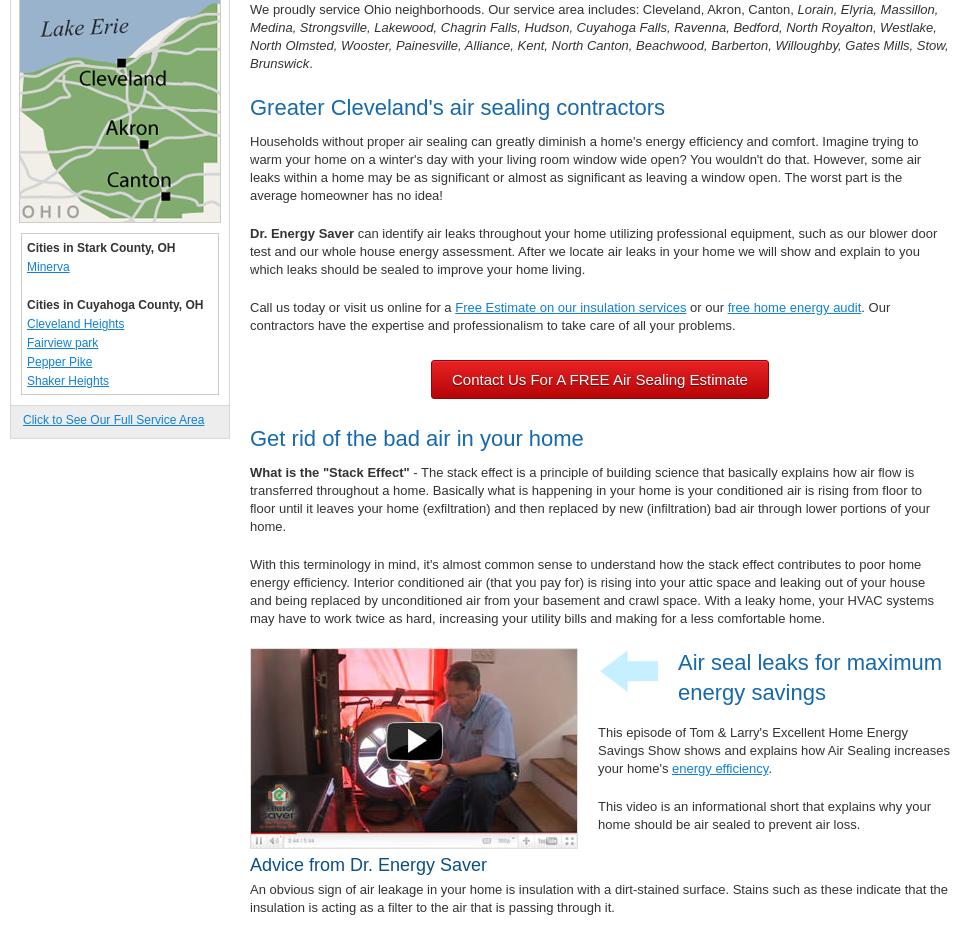  I want to click on 'Our Locations:', so click(66, 418).